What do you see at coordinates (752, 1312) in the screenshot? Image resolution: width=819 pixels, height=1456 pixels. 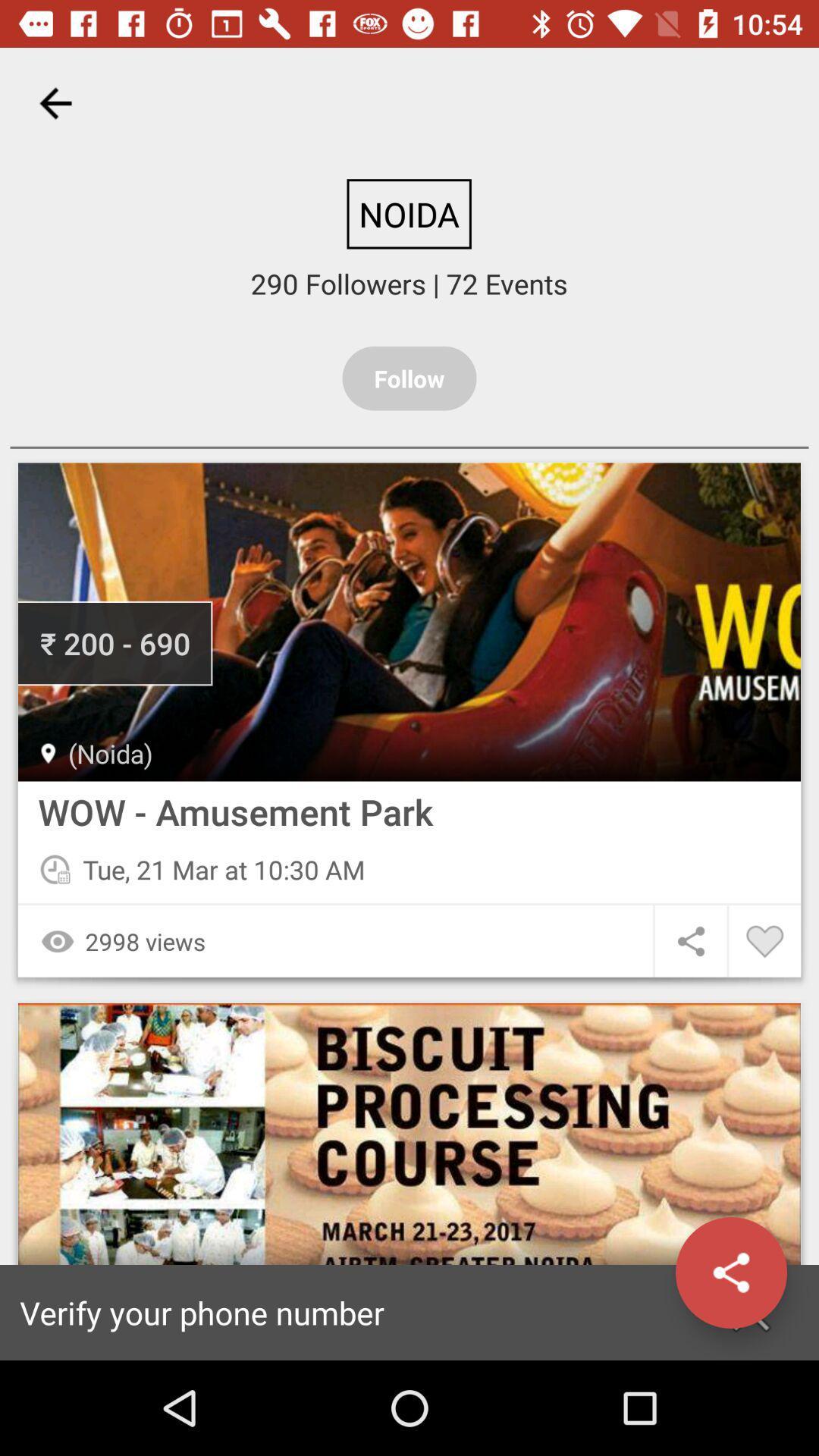 I see `the share icon which is at the bottom right corner` at bounding box center [752, 1312].